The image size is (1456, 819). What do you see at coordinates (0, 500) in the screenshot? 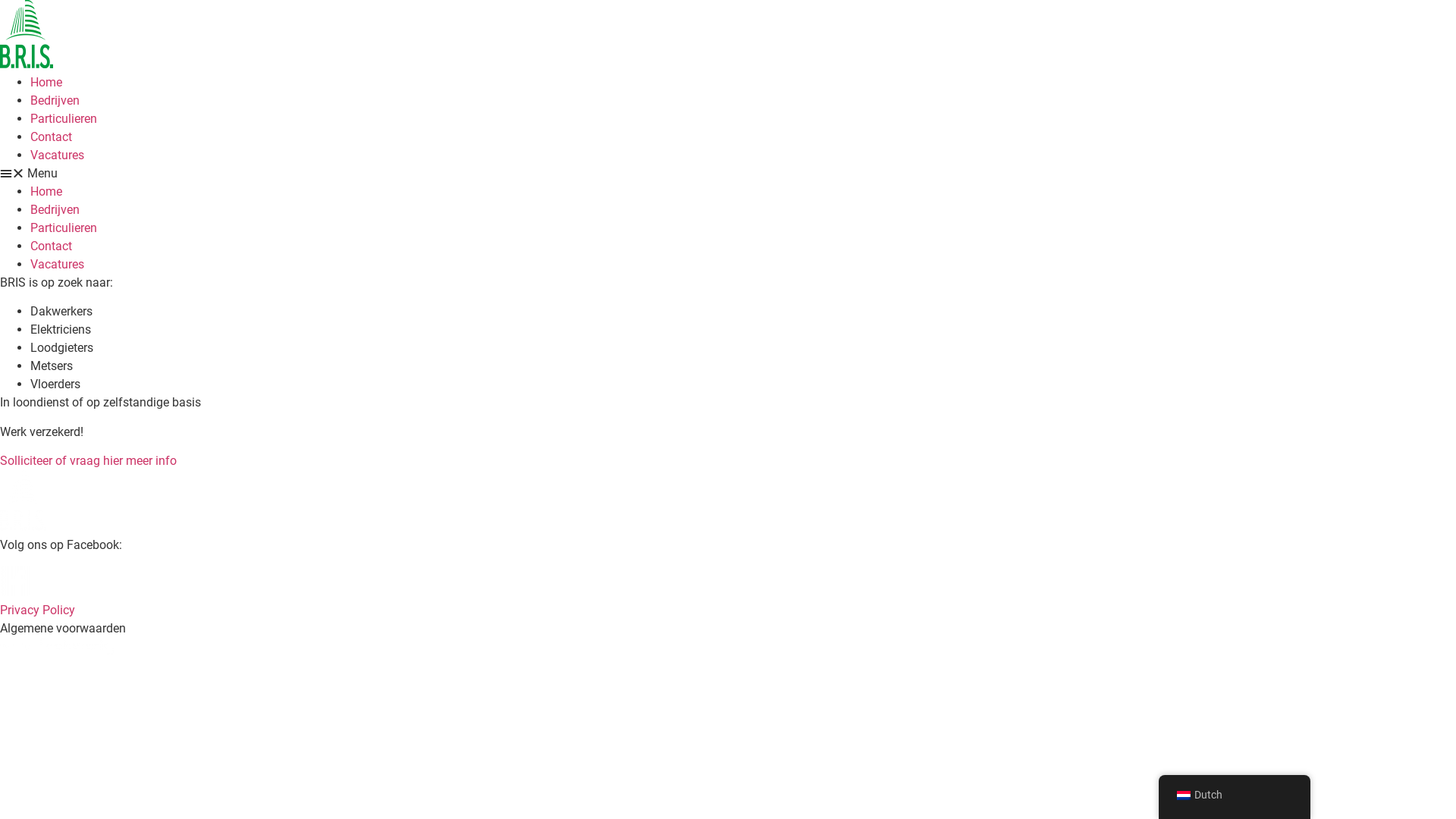
I see `'bris-logo-wit'` at bounding box center [0, 500].